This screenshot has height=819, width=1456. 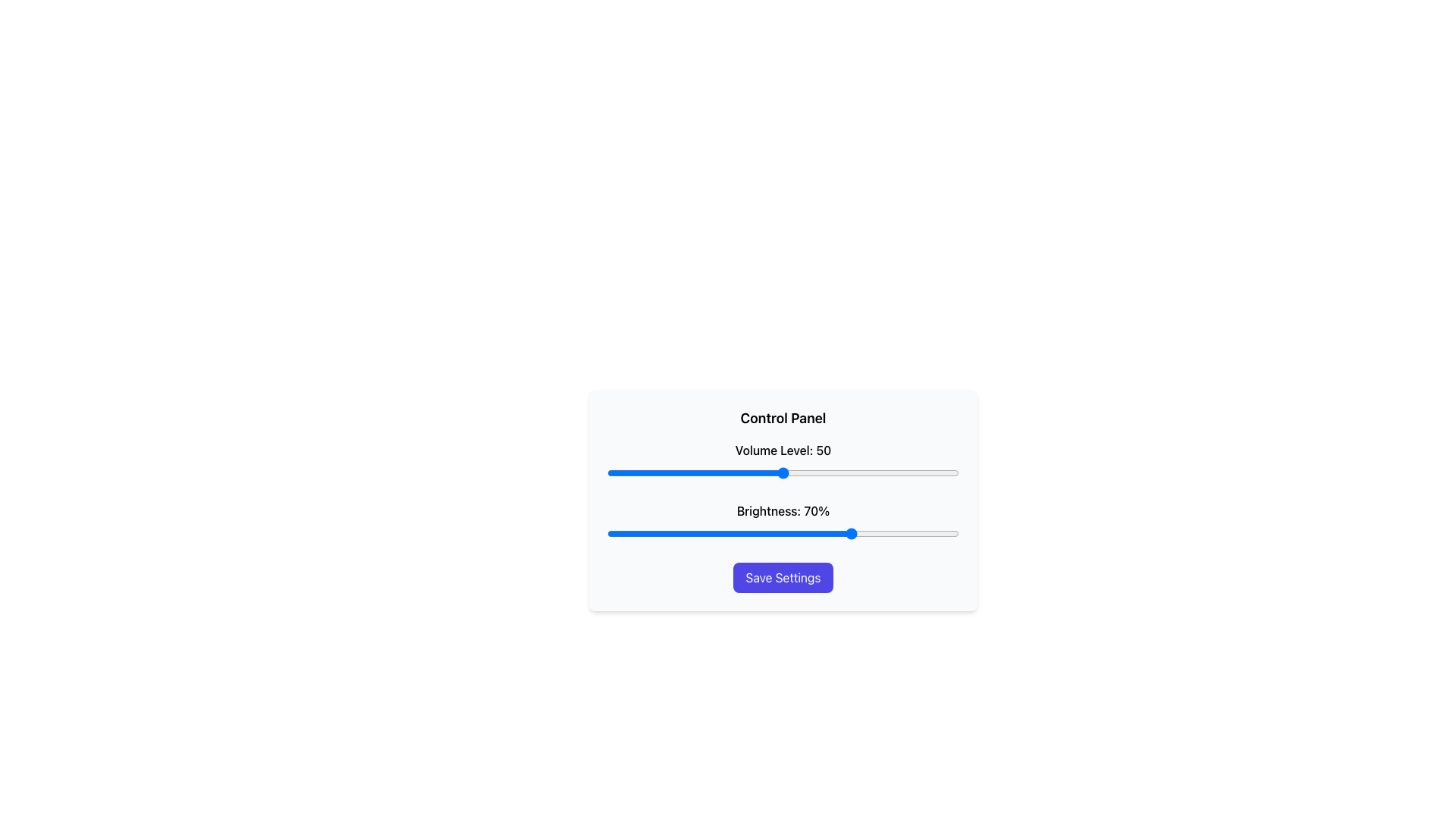 What do you see at coordinates (842, 533) in the screenshot?
I see `brightness` at bounding box center [842, 533].